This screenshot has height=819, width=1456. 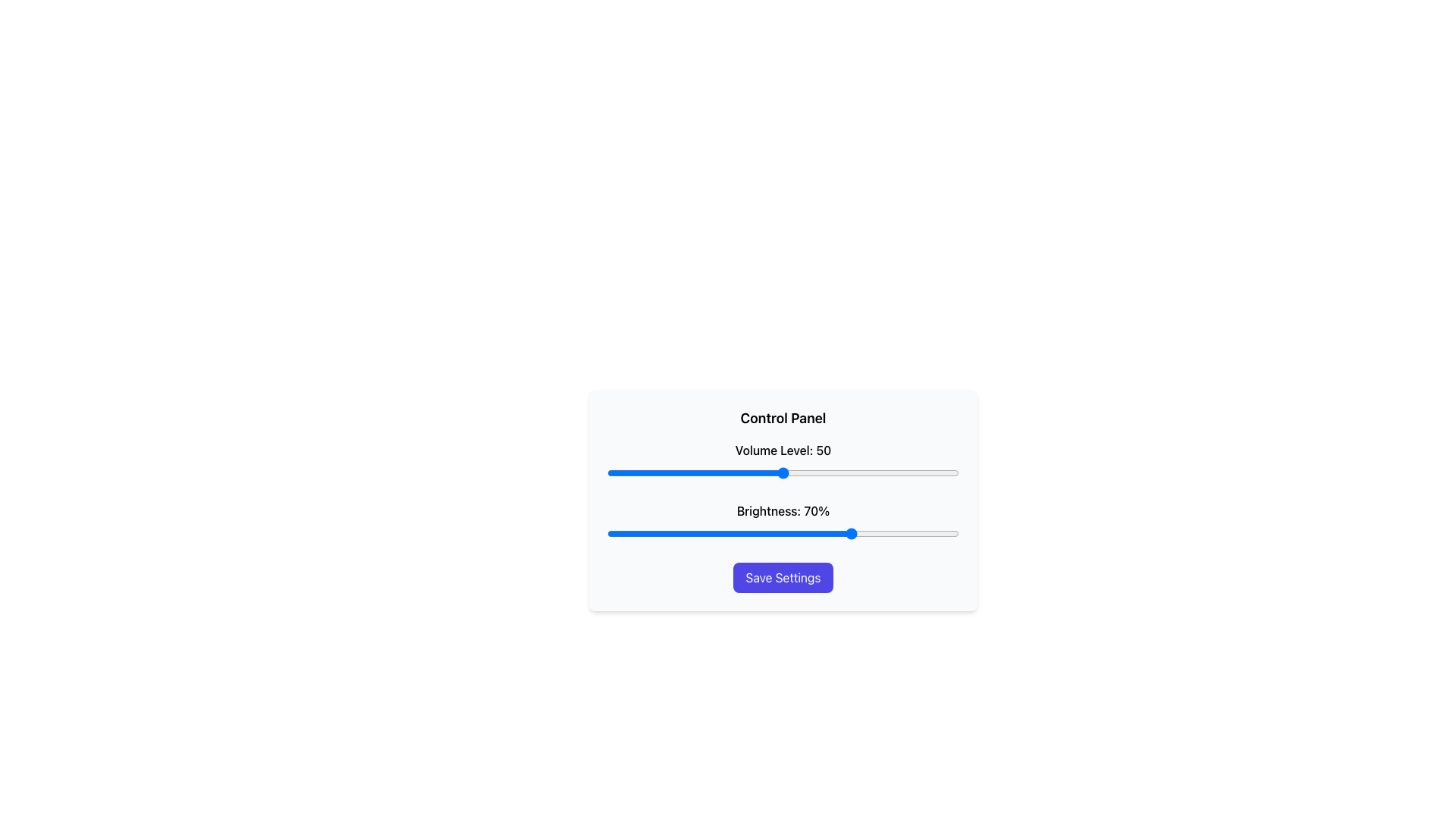 What do you see at coordinates (842, 533) in the screenshot?
I see `brightness` at bounding box center [842, 533].